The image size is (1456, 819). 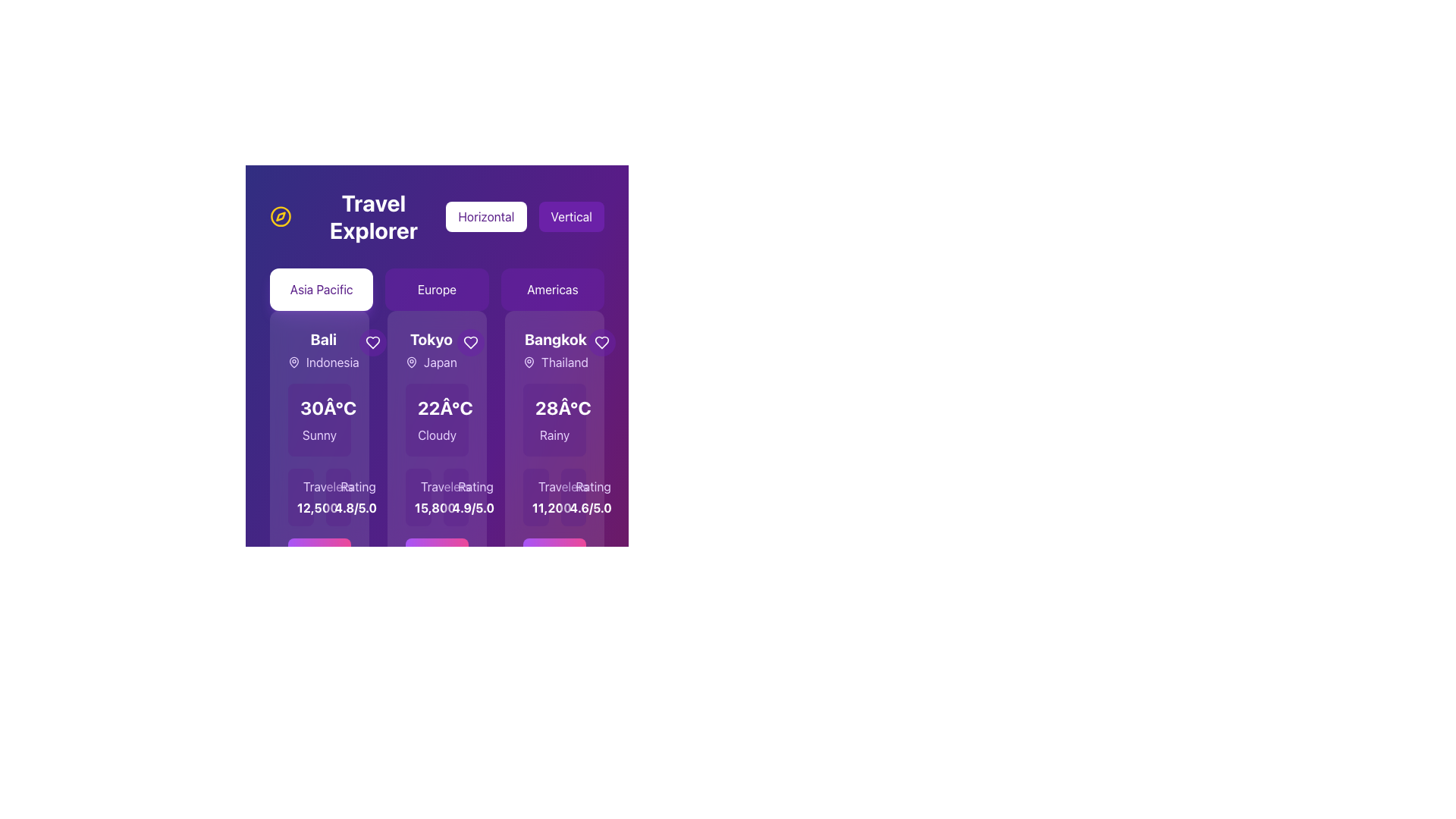 What do you see at coordinates (554, 338) in the screenshot?
I see `the text label 'Bangkok'` at bounding box center [554, 338].